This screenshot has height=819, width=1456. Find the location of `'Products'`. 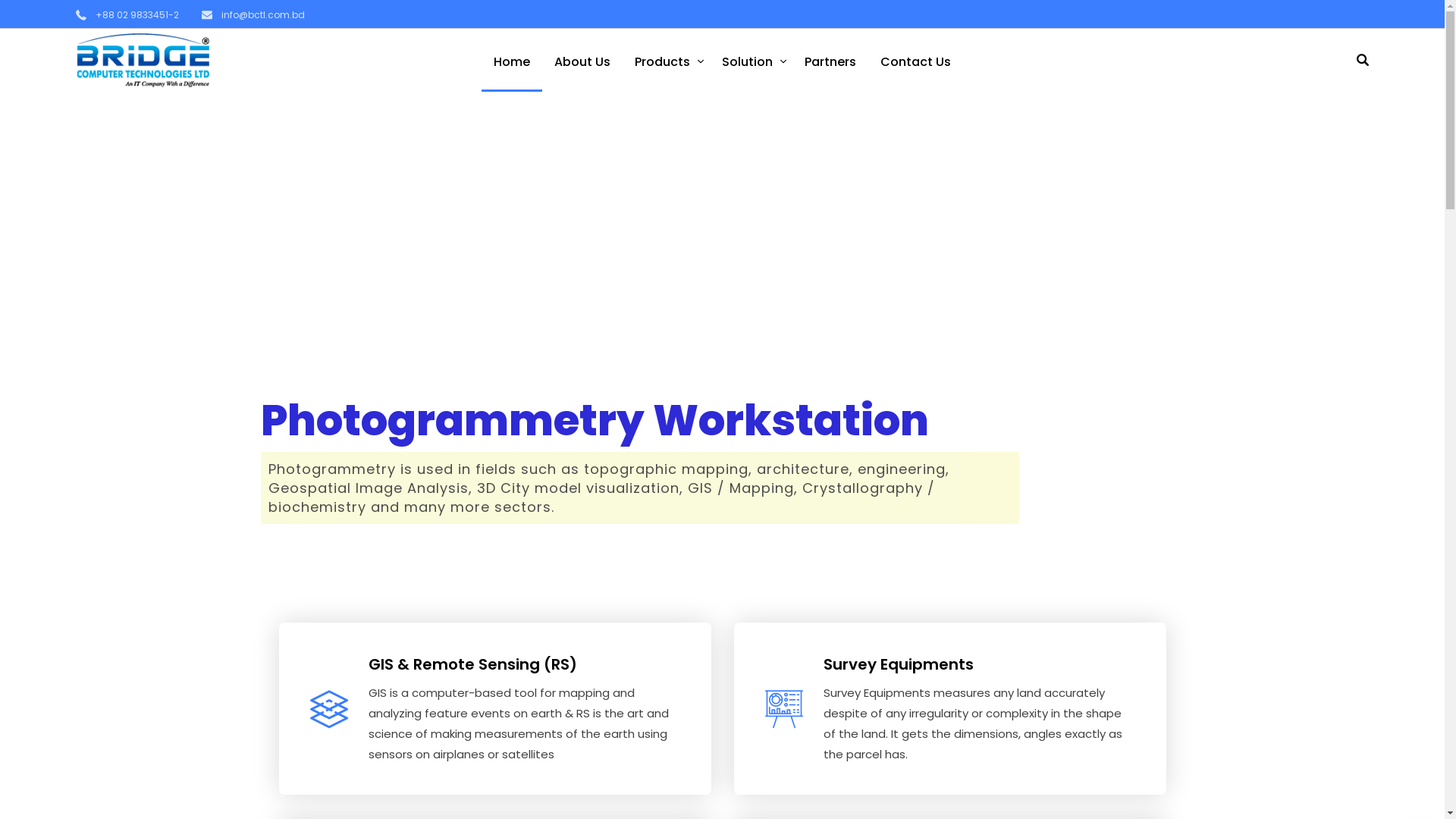

'Products' is located at coordinates (666, 59).